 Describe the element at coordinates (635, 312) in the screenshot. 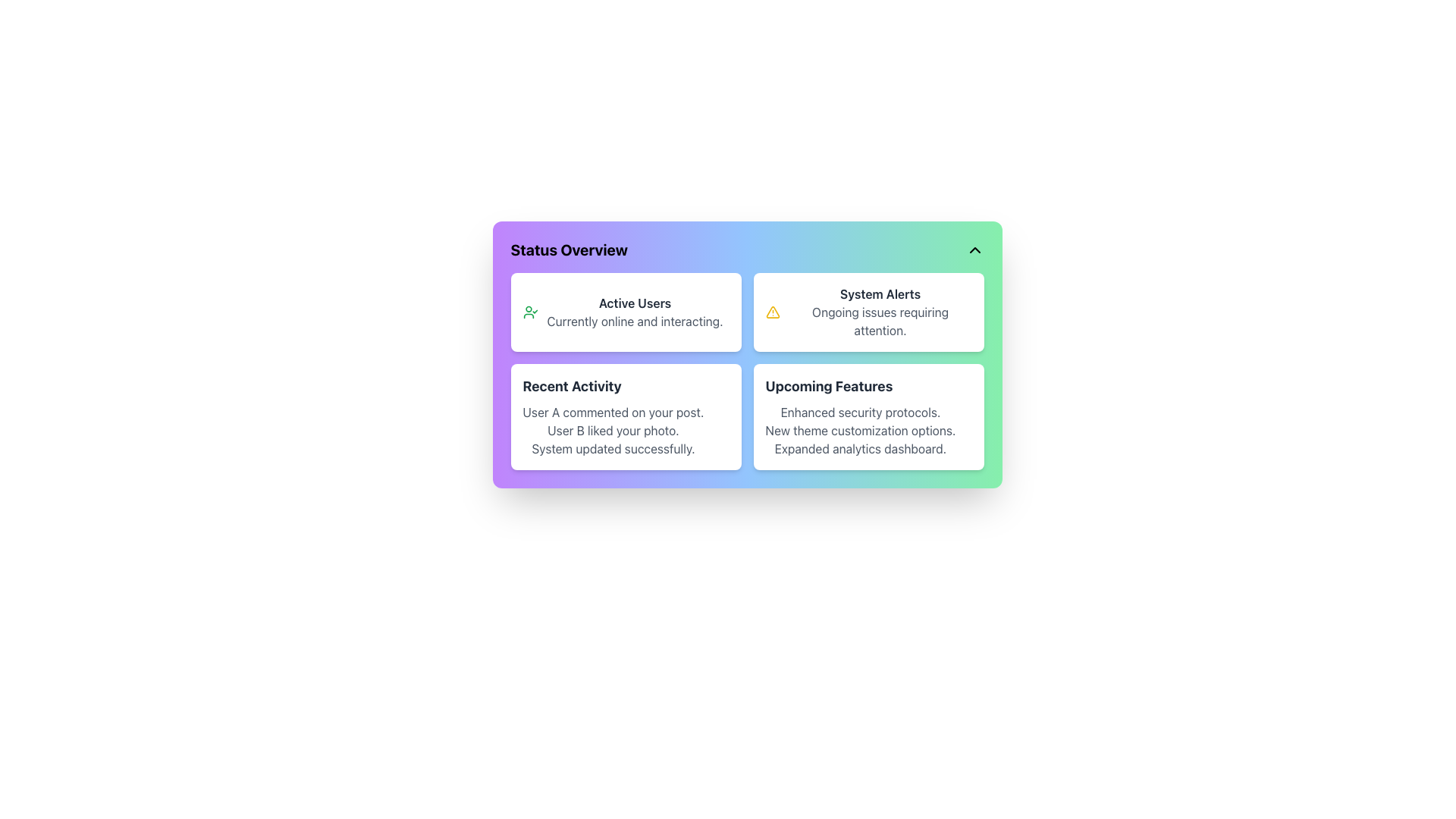

I see `the Informational Text Component displaying 'Active Users' and its subtitle 'Currently online and interacting.', which is part of a card-like UI element in the top-left quadrant` at that location.